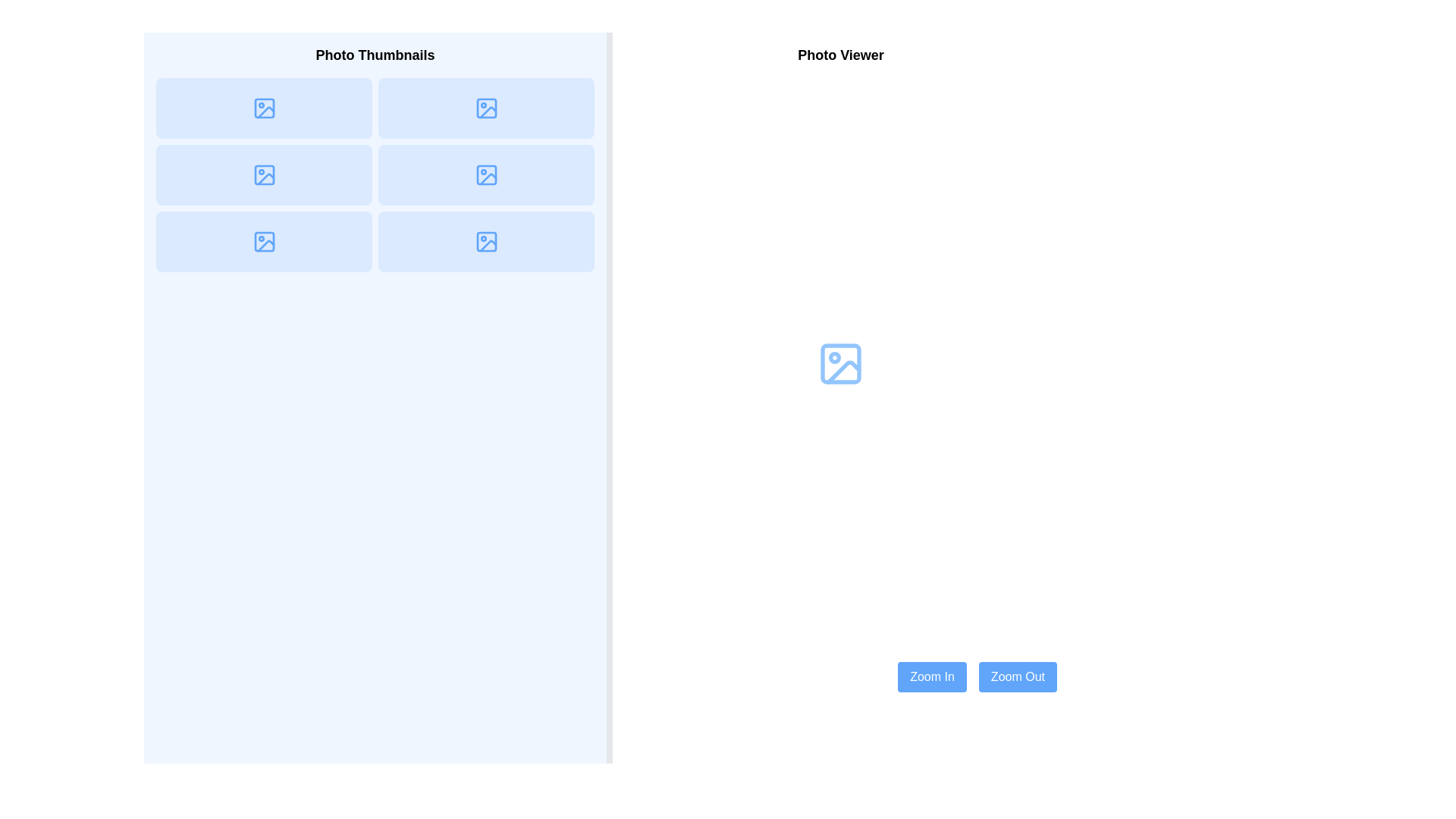 This screenshot has width=1456, height=819. Describe the element at coordinates (264, 174) in the screenshot. I see `the Image Thumbnail Placeholder located` at that location.